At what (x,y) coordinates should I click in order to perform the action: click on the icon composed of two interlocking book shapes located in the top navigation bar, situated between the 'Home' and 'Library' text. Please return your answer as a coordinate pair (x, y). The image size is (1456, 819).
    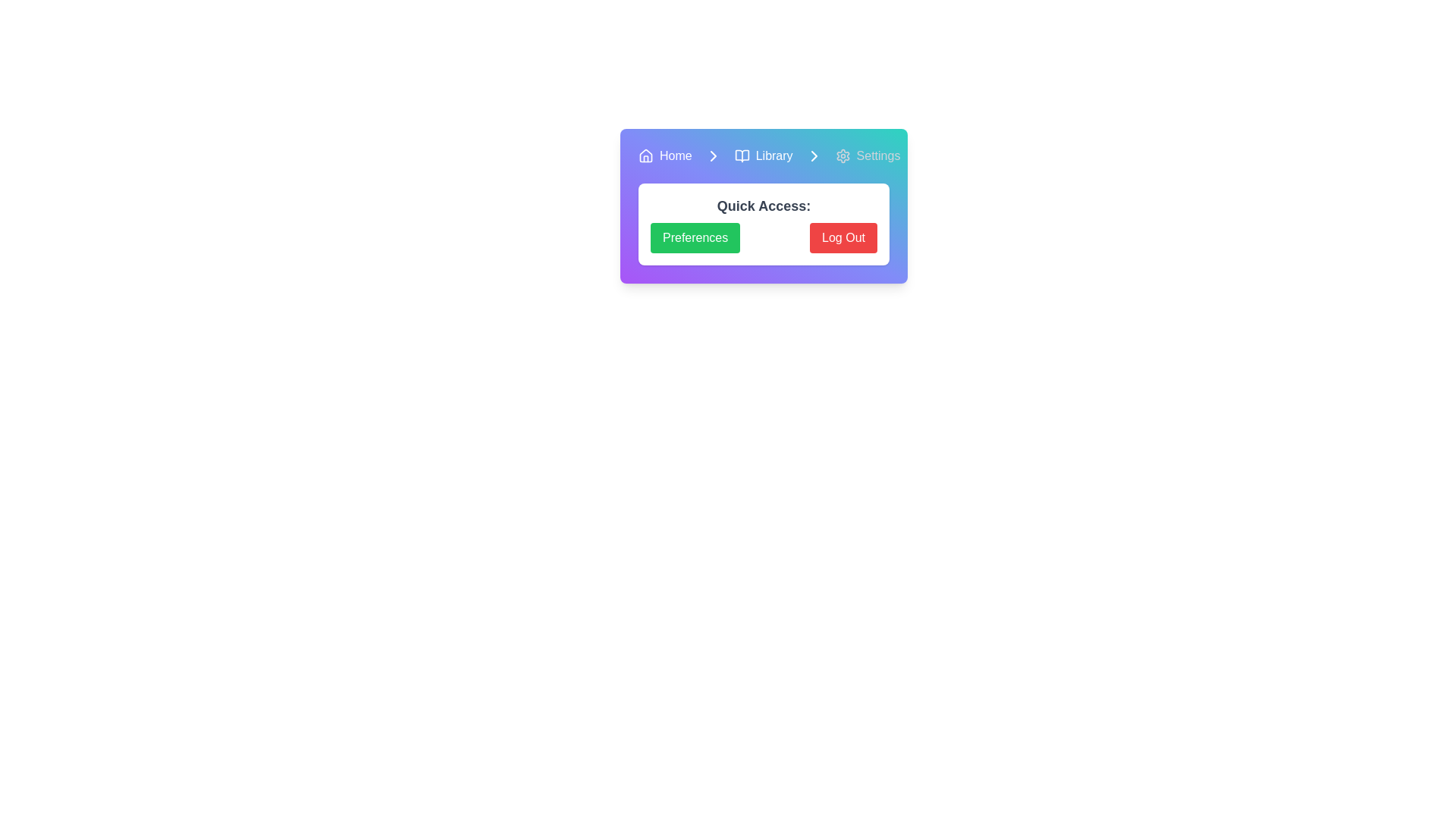
    Looking at the image, I should click on (742, 155).